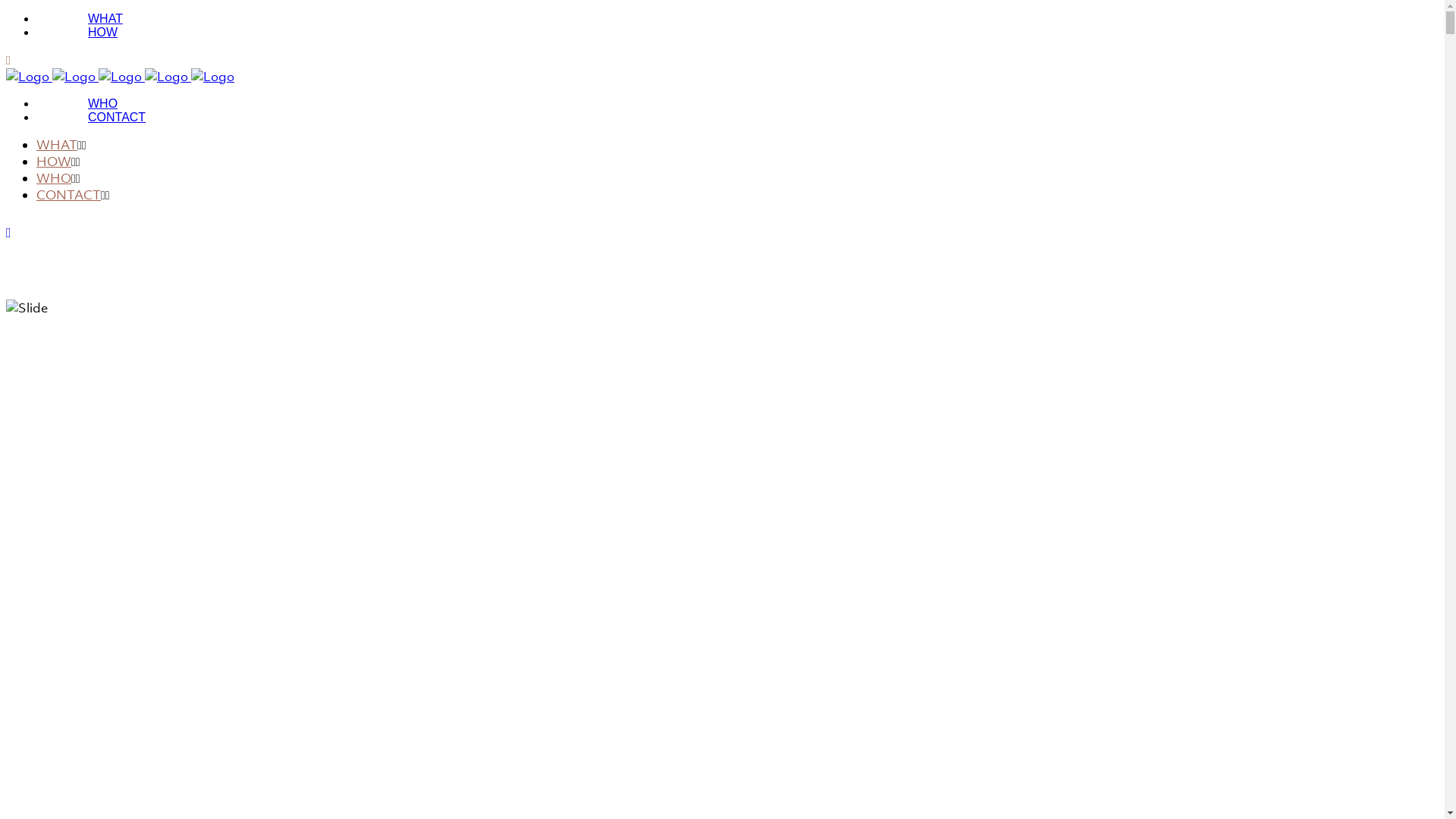 The width and height of the screenshot is (1456, 819). Describe the element at coordinates (115, 116) in the screenshot. I see `'CONTACT'` at that location.